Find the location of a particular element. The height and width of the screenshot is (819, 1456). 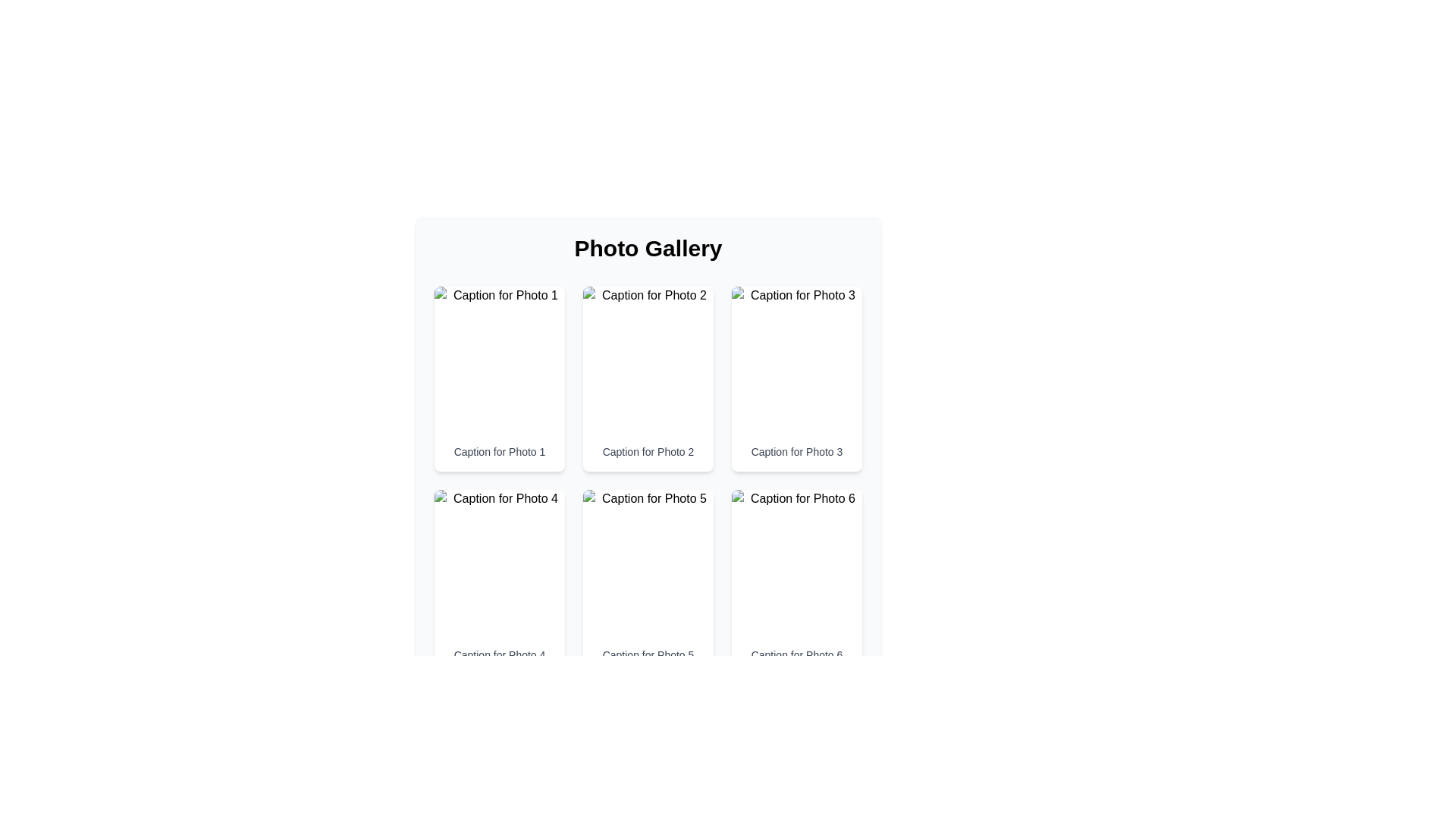

the navigation button located in the bottom-right corner of the interface to enable keyboard navigation for proceeding to the next page in a multi-step process is located at coordinates (826, 714).